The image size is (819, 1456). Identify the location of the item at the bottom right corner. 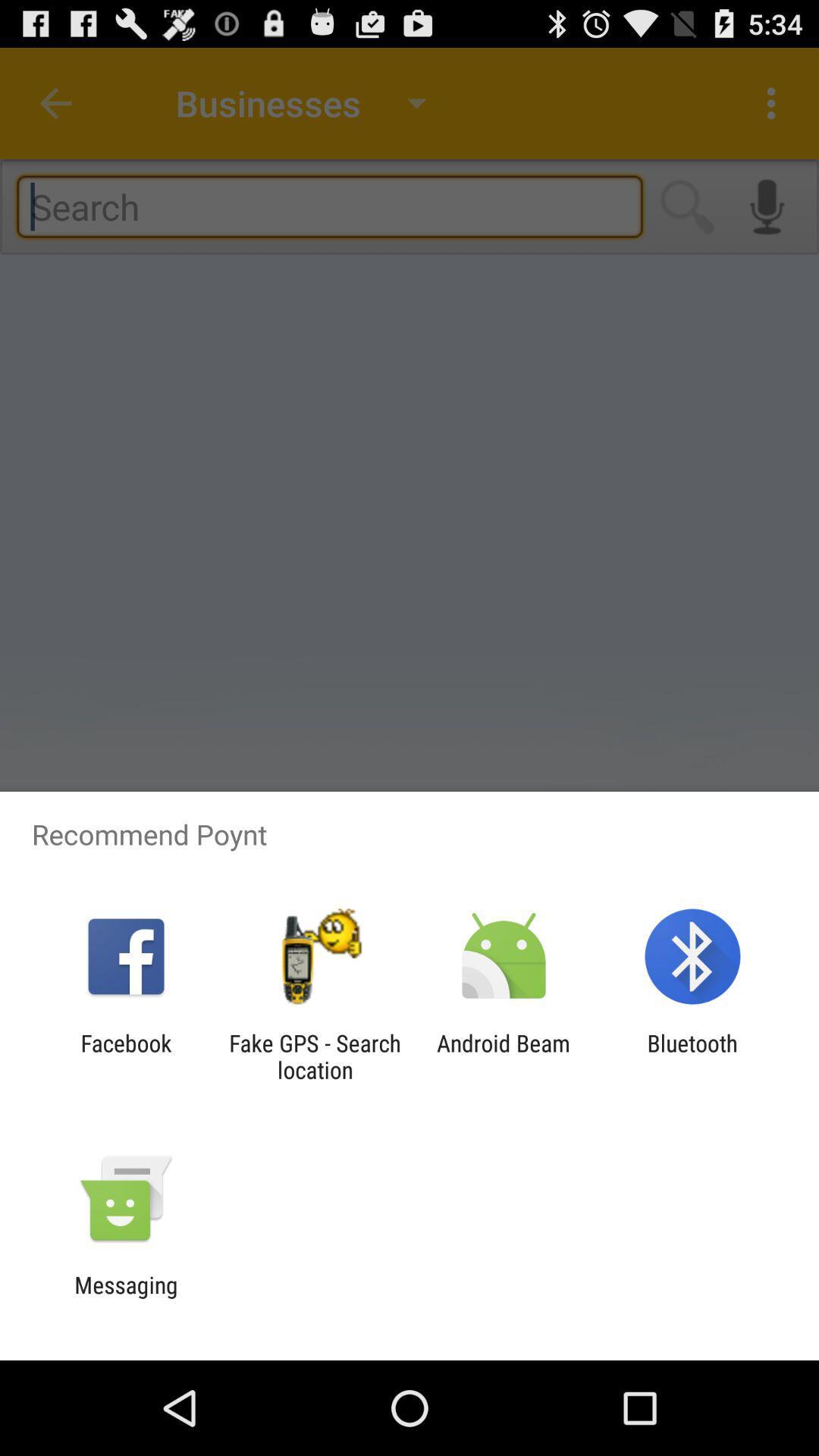
(692, 1056).